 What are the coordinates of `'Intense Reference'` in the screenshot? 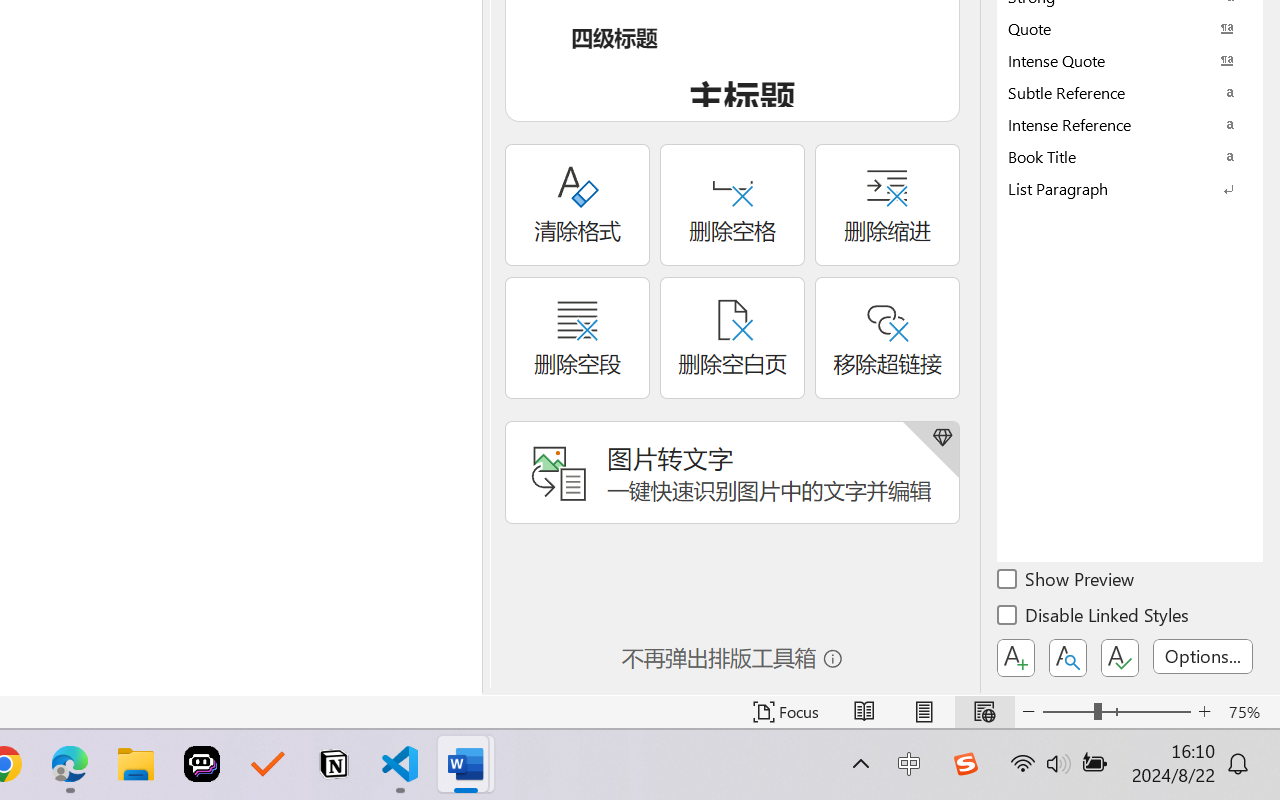 It's located at (1130, 123).